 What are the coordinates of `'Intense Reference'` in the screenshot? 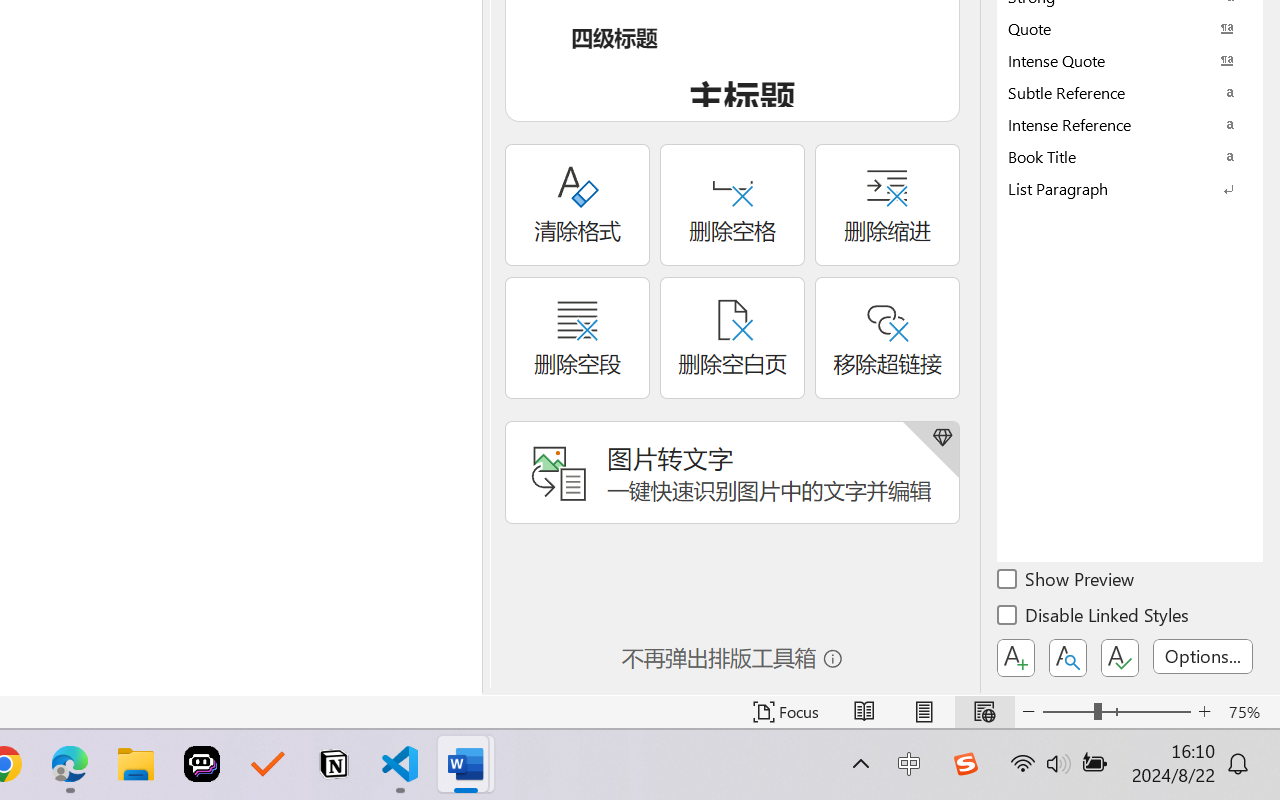 It's located at (1130, 123).